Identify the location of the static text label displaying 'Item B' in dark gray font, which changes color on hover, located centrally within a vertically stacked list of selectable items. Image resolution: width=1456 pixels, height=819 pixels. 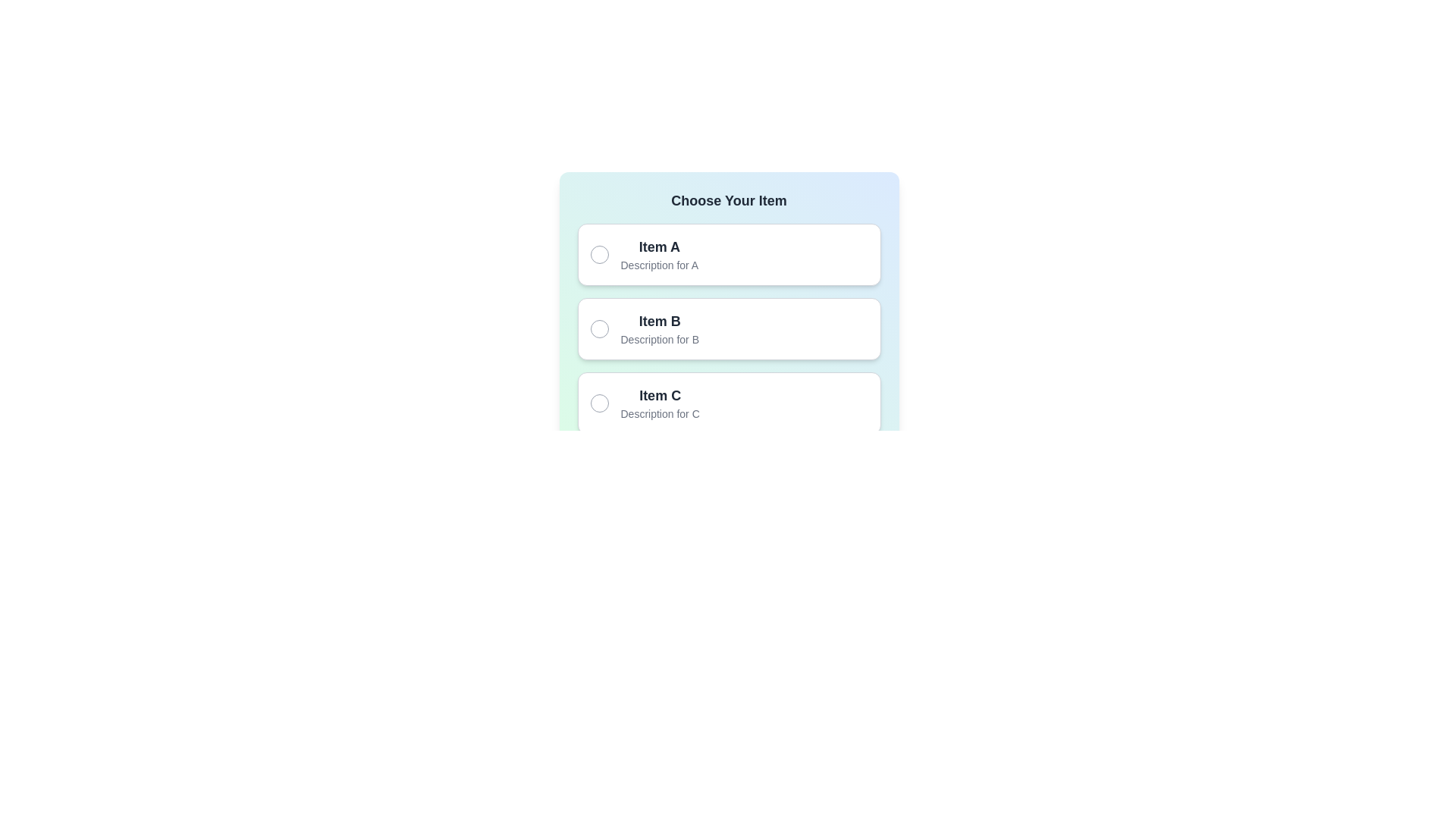
(660, 321).